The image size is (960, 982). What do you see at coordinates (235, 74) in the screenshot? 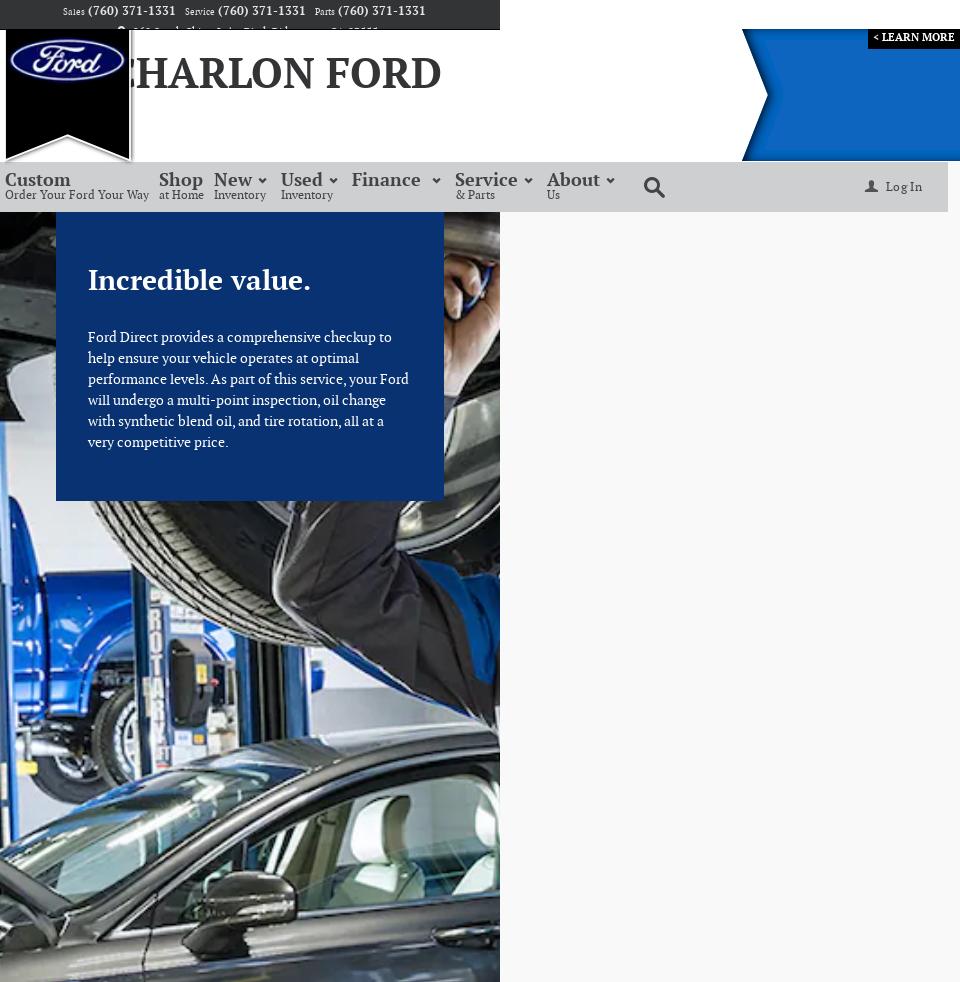
I see `'Jim Charlon Ford'` at bounding box center [235, 74].